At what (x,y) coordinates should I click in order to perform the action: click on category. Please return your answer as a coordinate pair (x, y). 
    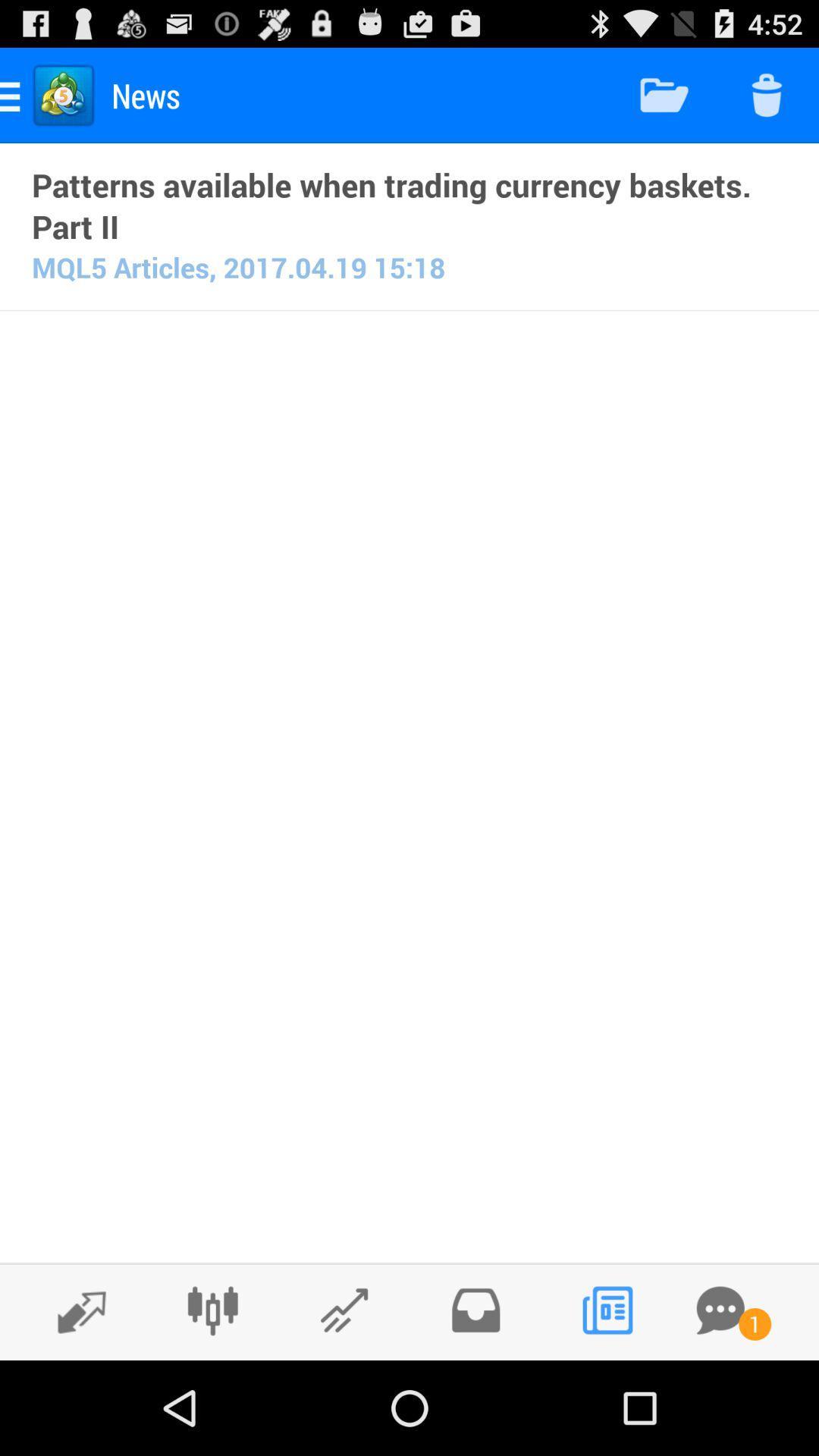
    Looking at the image, I should click on (344, 1310).